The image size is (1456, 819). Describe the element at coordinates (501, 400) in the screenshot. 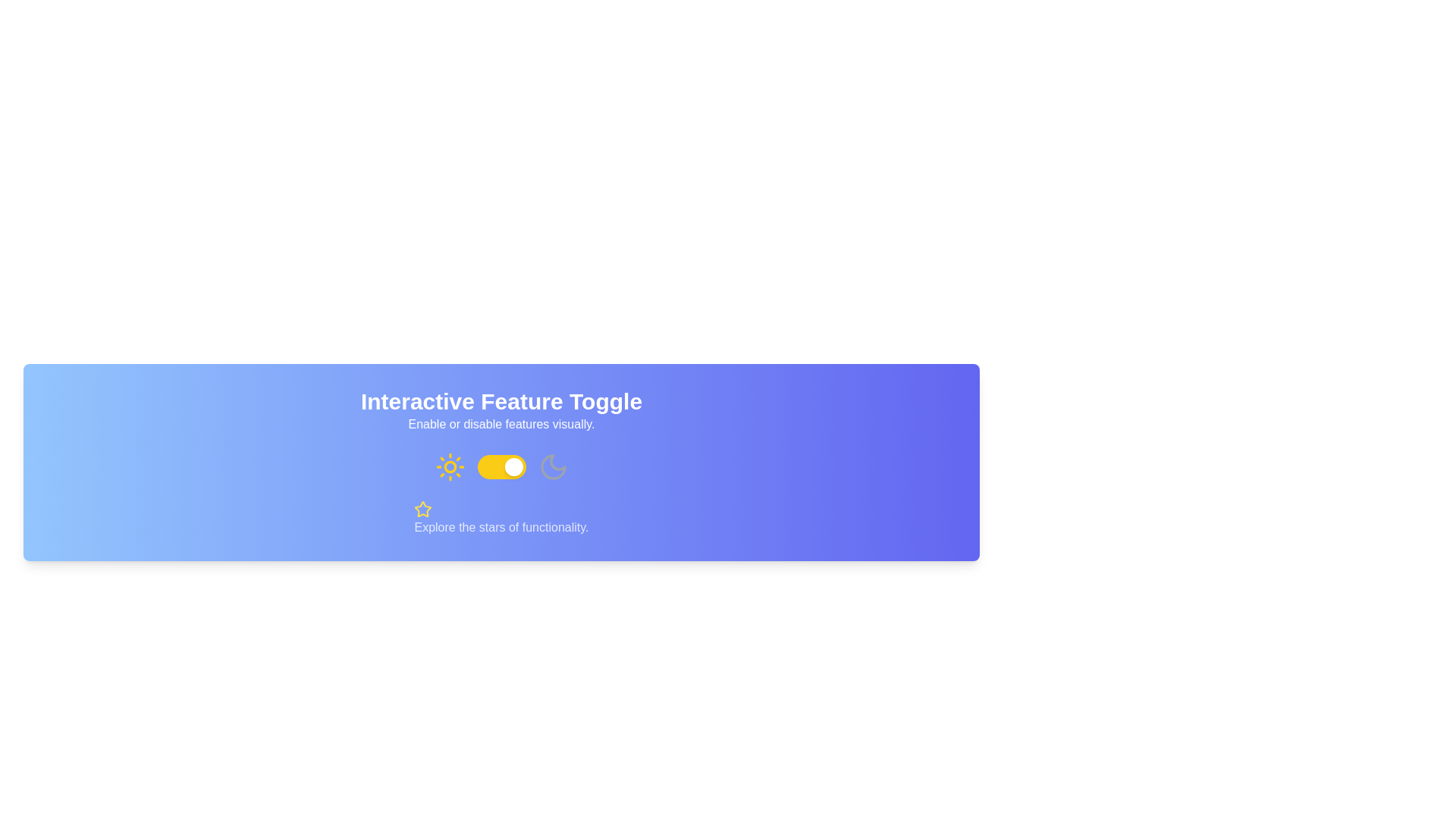

I see `the title or heading text element that introduces the section about an interactive feature toggle, positioned above the smaller text element` at that location.